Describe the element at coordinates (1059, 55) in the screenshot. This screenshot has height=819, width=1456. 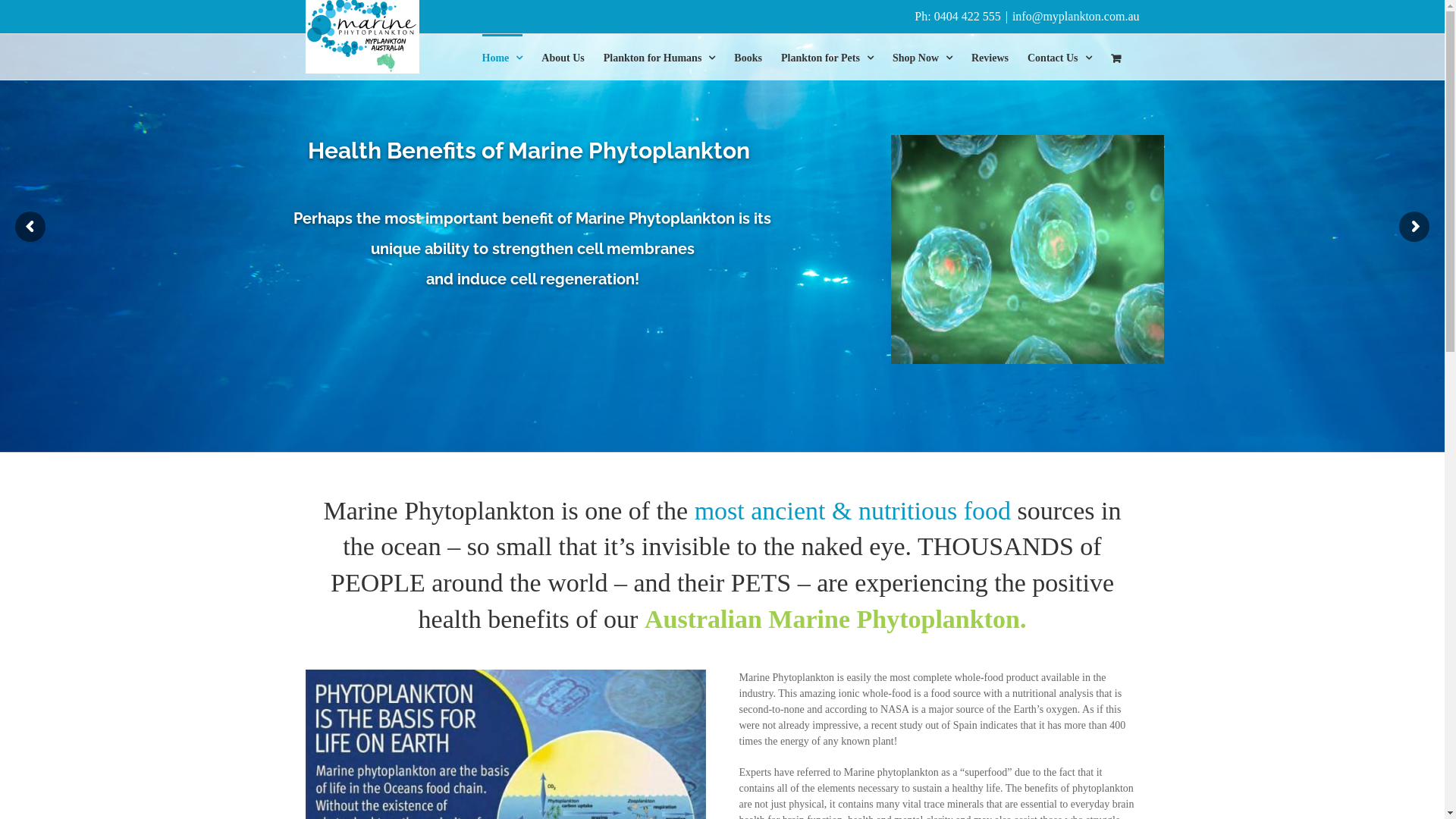
I see `'Contact Us'` at that location.